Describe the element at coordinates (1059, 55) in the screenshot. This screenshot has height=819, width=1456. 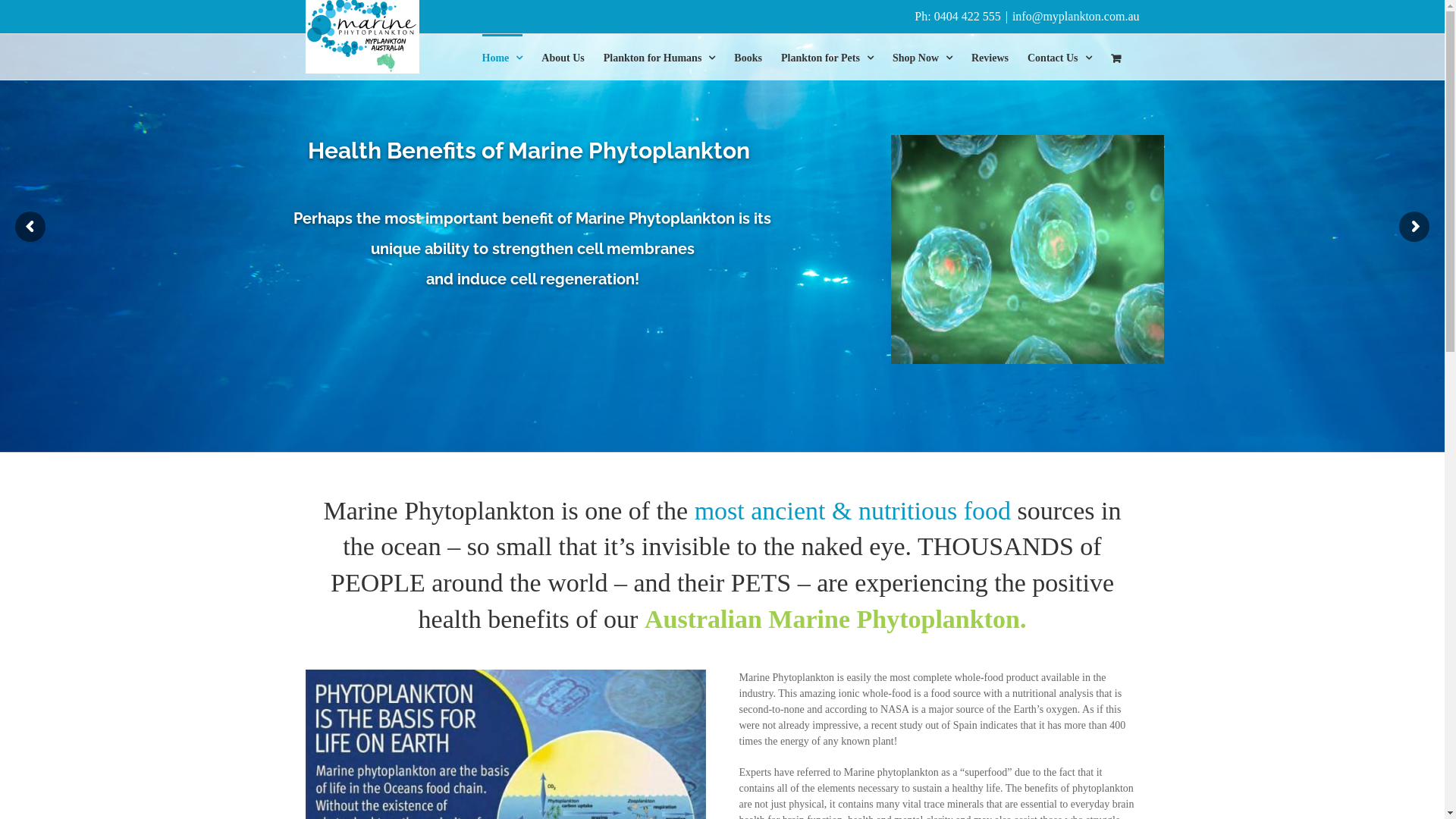
I see `'Contact Us'` at that location.